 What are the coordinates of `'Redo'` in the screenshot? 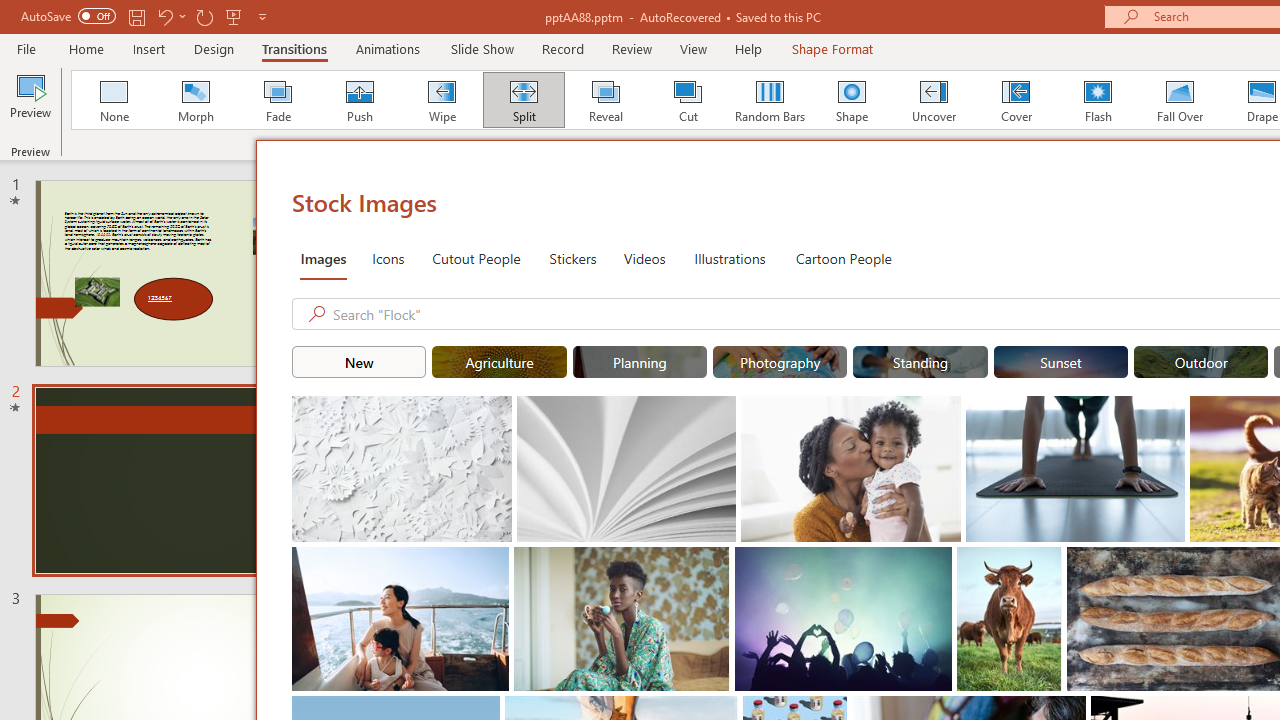 It's located at (204, 16).